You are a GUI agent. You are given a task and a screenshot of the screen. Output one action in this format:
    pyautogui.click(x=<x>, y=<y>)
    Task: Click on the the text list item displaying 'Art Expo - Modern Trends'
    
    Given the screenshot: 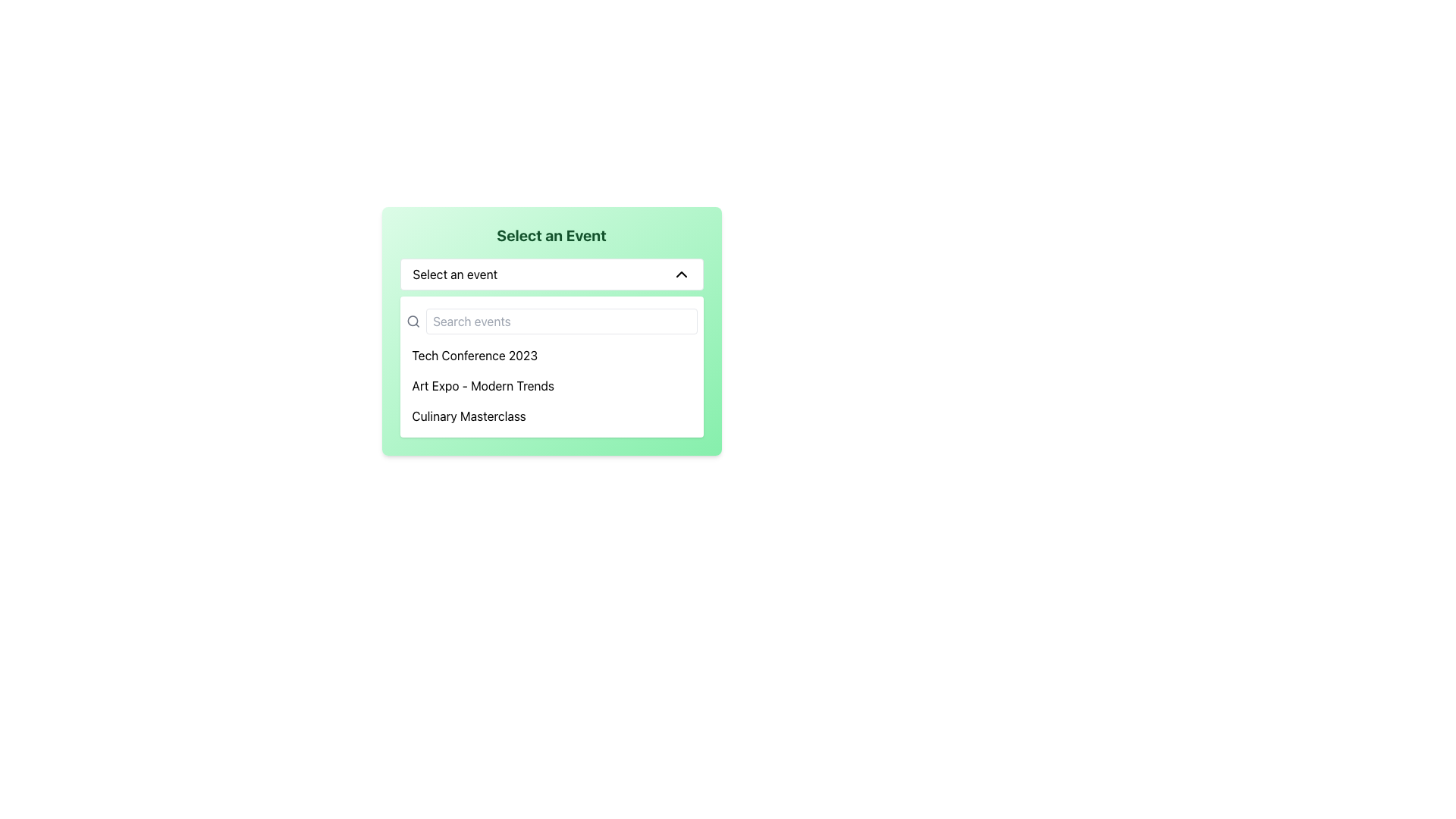 What is the action you would take?
    pyautogui.click(x=551, y=385)
    